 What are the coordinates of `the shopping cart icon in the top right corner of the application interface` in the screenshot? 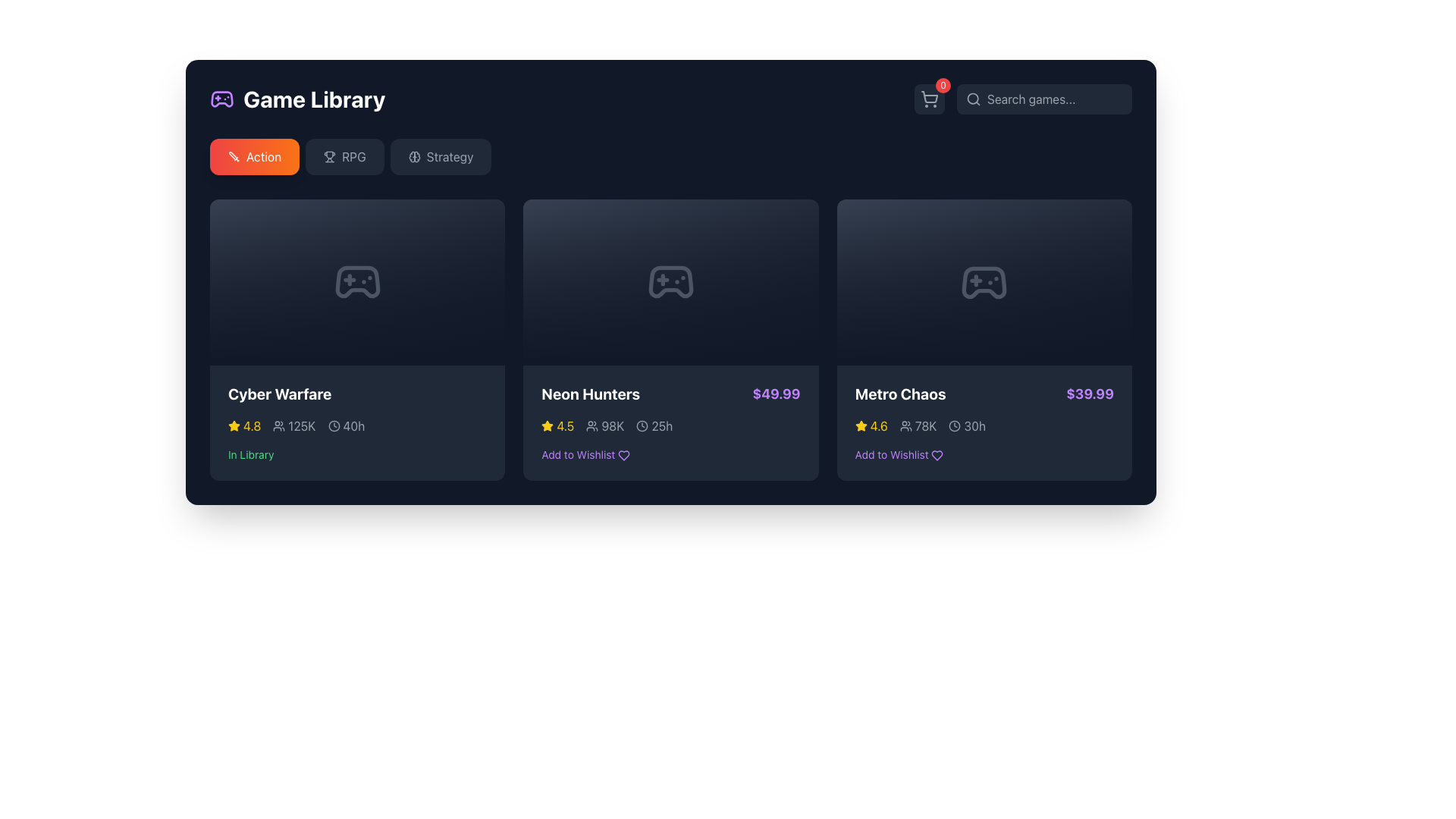 It's located at (928, 99).